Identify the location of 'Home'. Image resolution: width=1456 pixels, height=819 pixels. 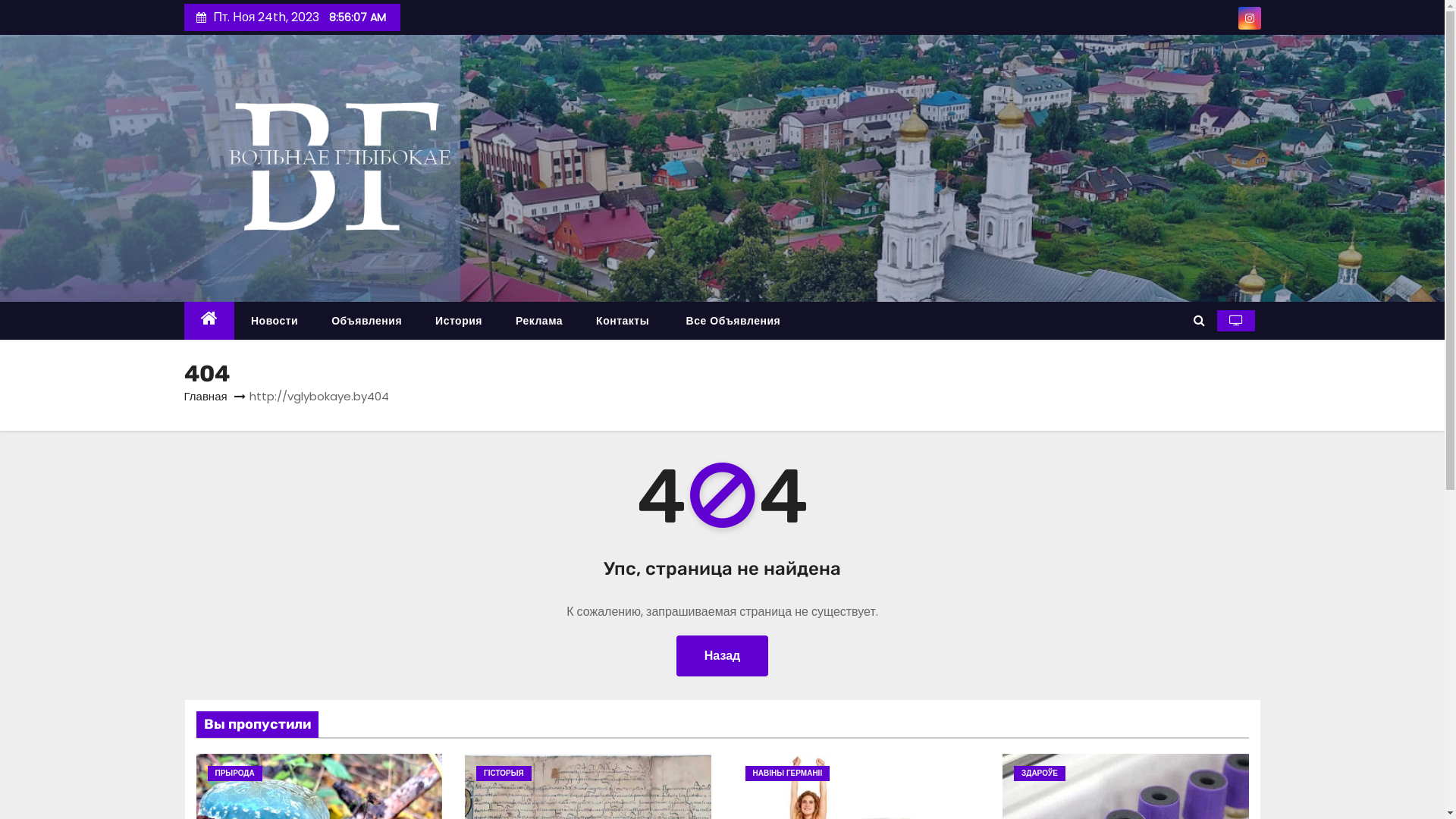
(208, 320).